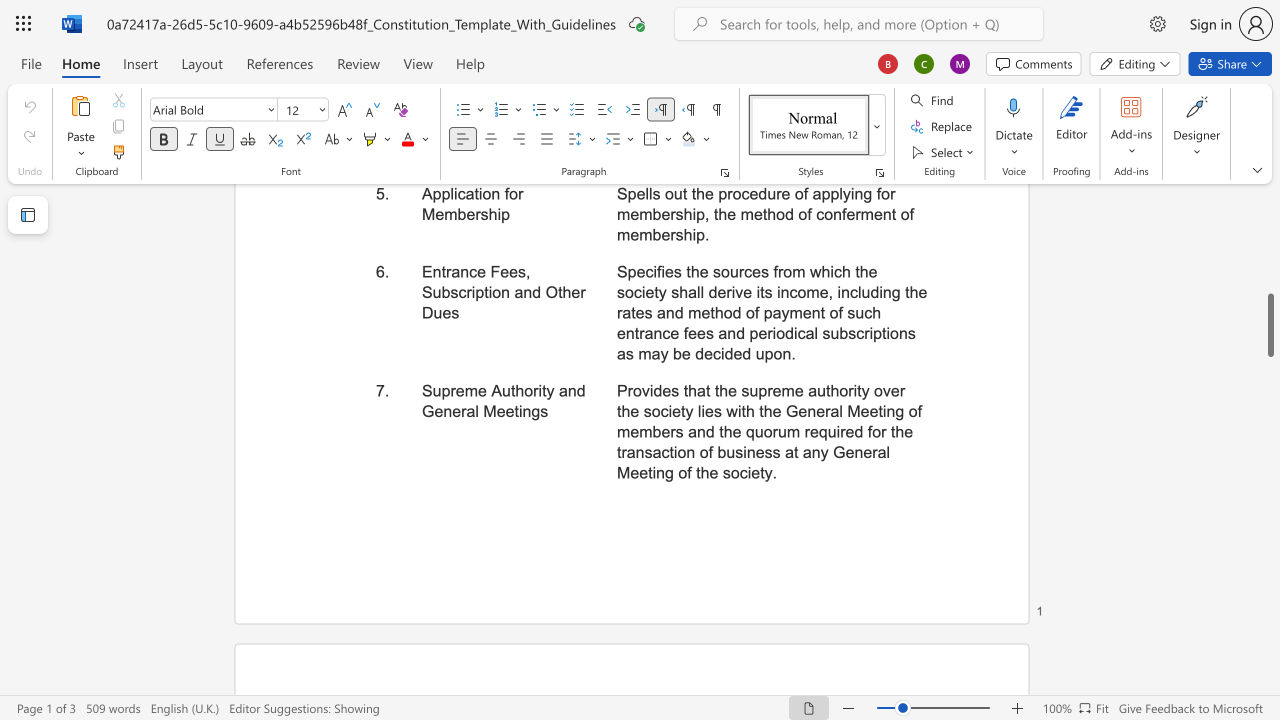  I want to click on the page's right scrollbar for upward movement, so click(1269, 248).